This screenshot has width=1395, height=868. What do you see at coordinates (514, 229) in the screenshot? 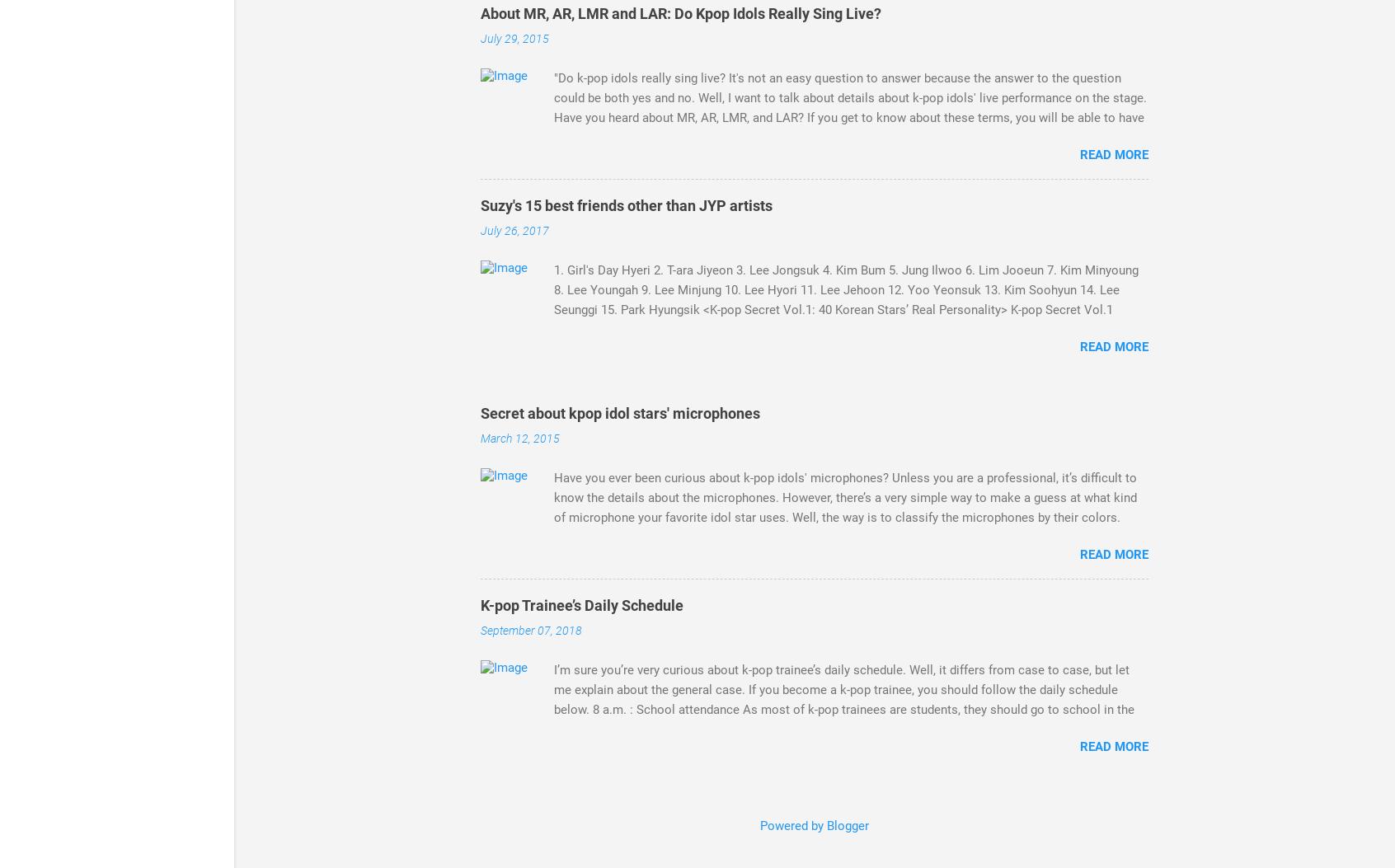
I see `'July 26, 2017'` at bounding box center [514, 229].